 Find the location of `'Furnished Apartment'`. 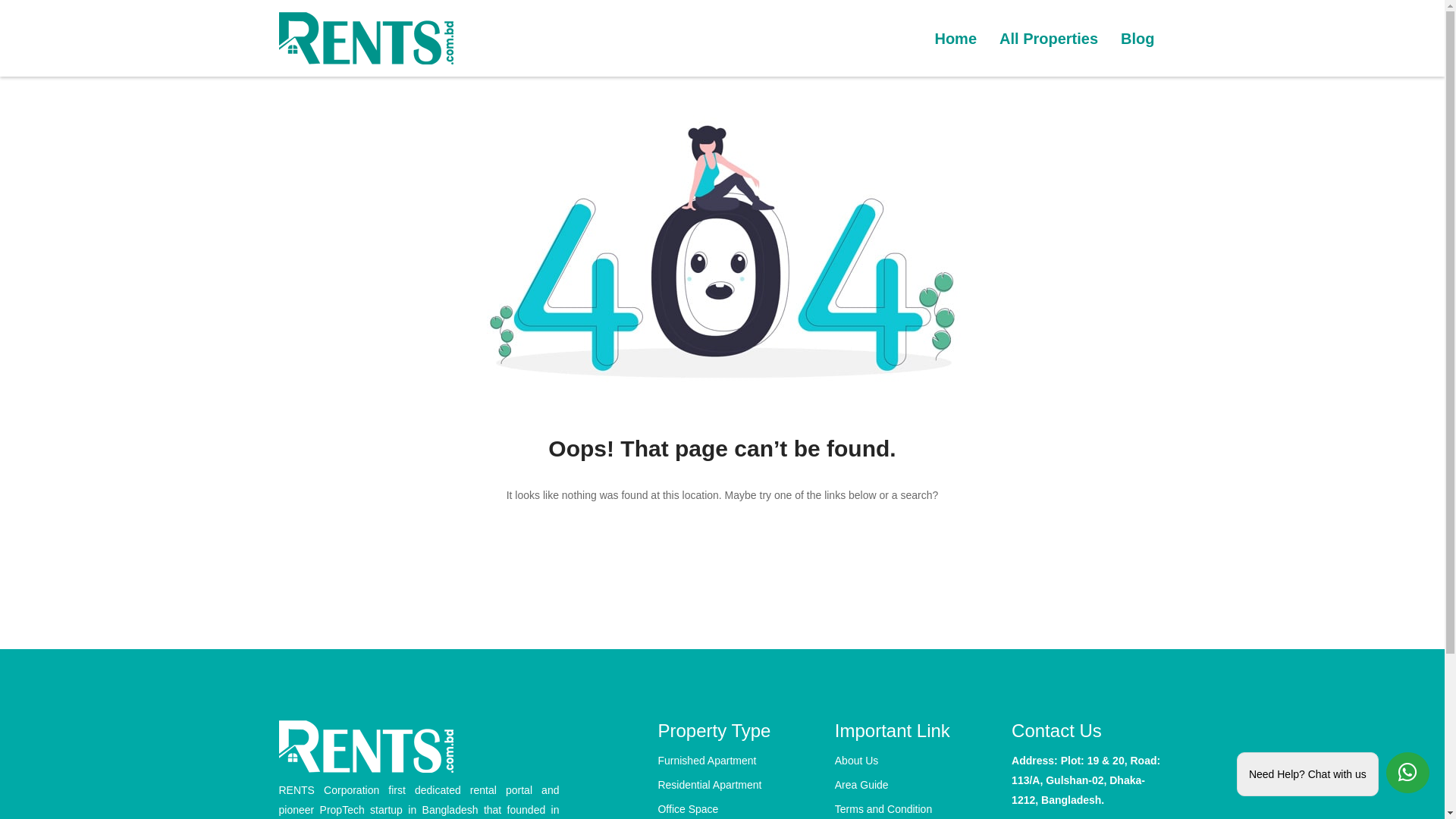

'Furnished Apartment' is located at coordinates (657, 760).